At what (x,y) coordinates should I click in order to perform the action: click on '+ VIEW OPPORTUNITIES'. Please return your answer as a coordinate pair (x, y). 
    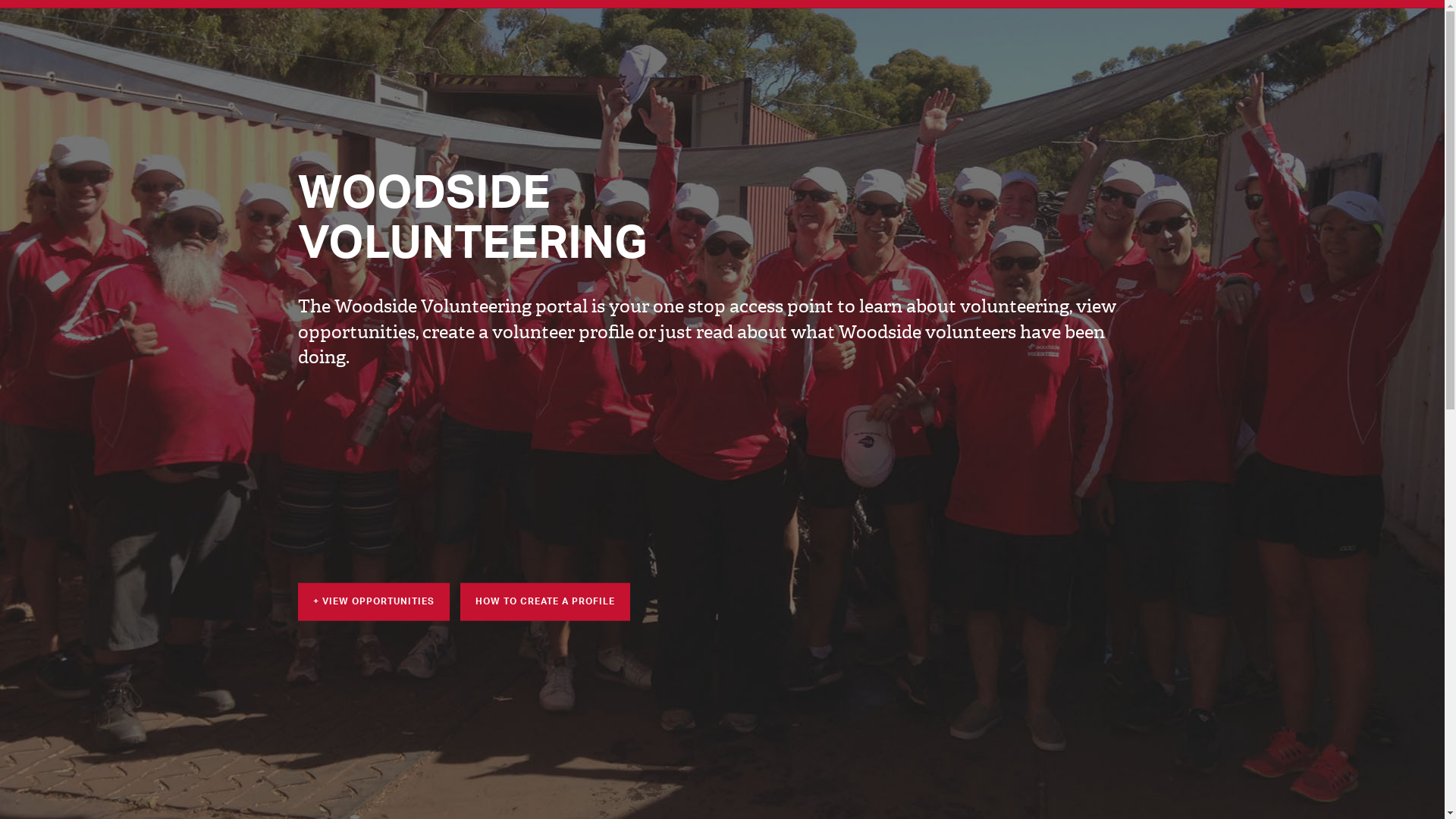
    Looking at the image, I should click on (372, 601).